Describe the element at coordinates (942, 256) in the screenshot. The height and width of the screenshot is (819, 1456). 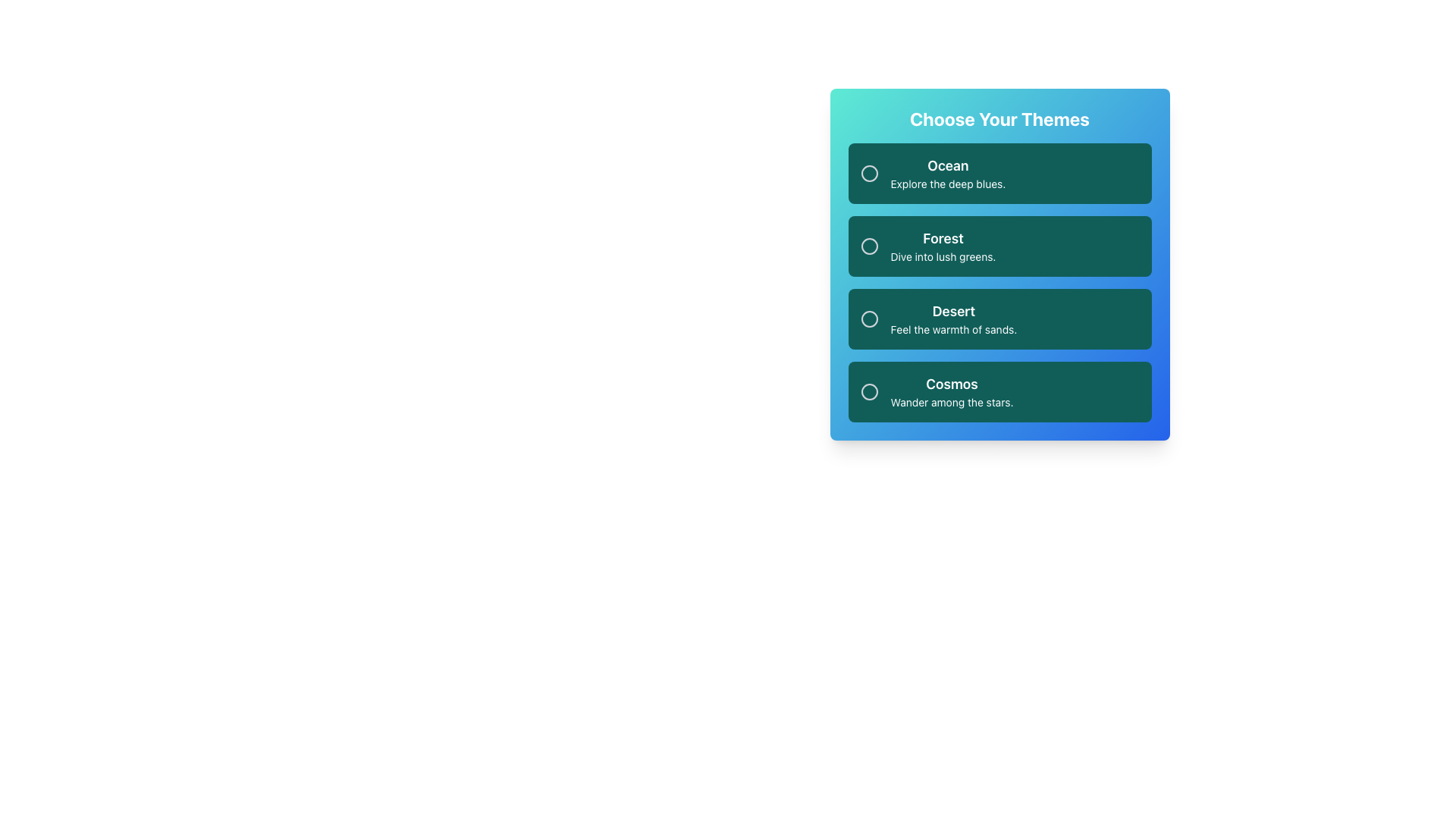
I see `the text label that reads 'Dive into lush greens.' which is styled in a smaller font size with a white color on a dark green background, located below the larger text 'Forest.'` at that location.